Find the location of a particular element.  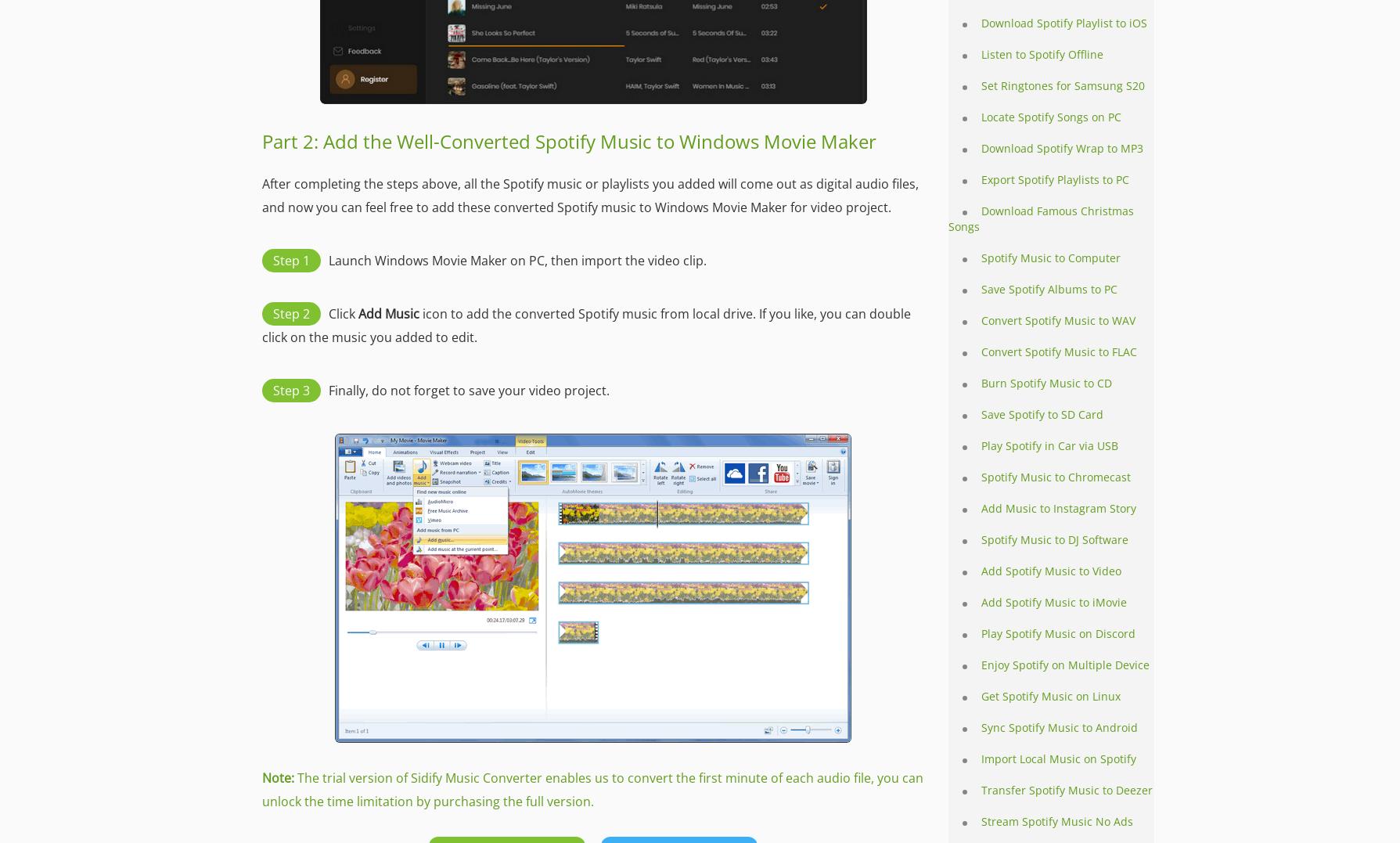

'Spotify Music to DJ Software' is located at coordinates (981, 539).